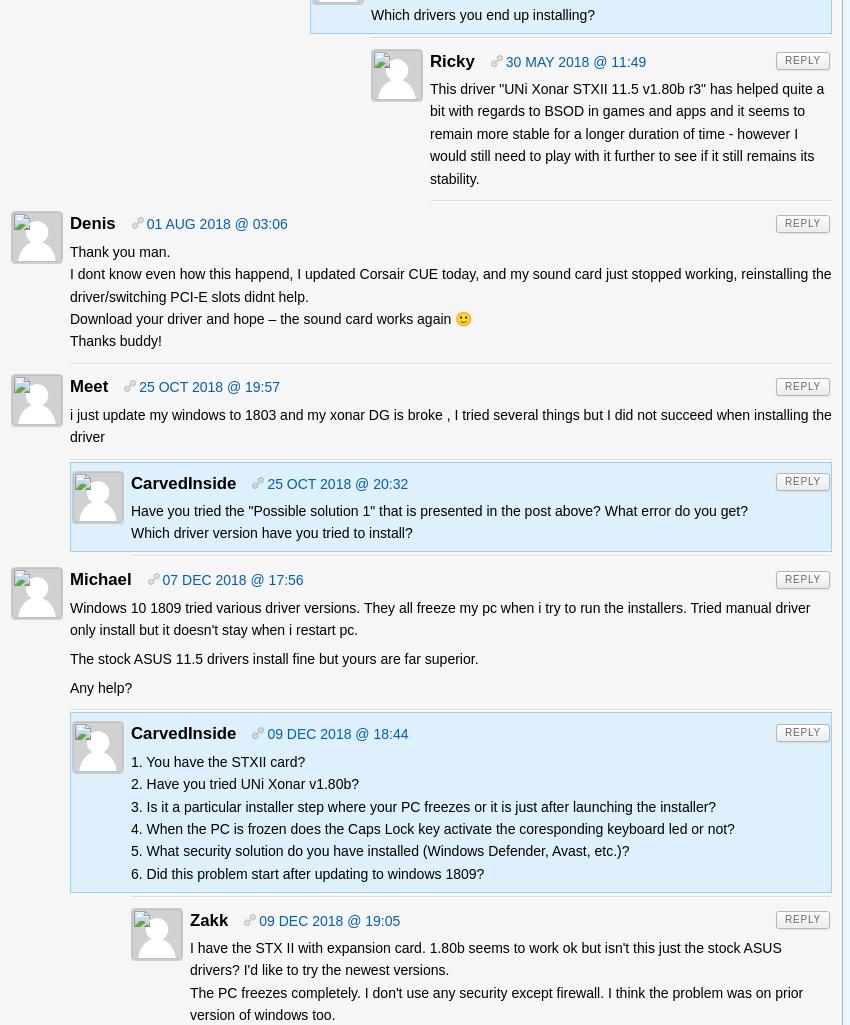 This screenshot has height=1025, width=850. Describe the element at coordinates (337, 482) in the screenshot. I see `'25 Oct 2018 @ 20:32'` at that location.